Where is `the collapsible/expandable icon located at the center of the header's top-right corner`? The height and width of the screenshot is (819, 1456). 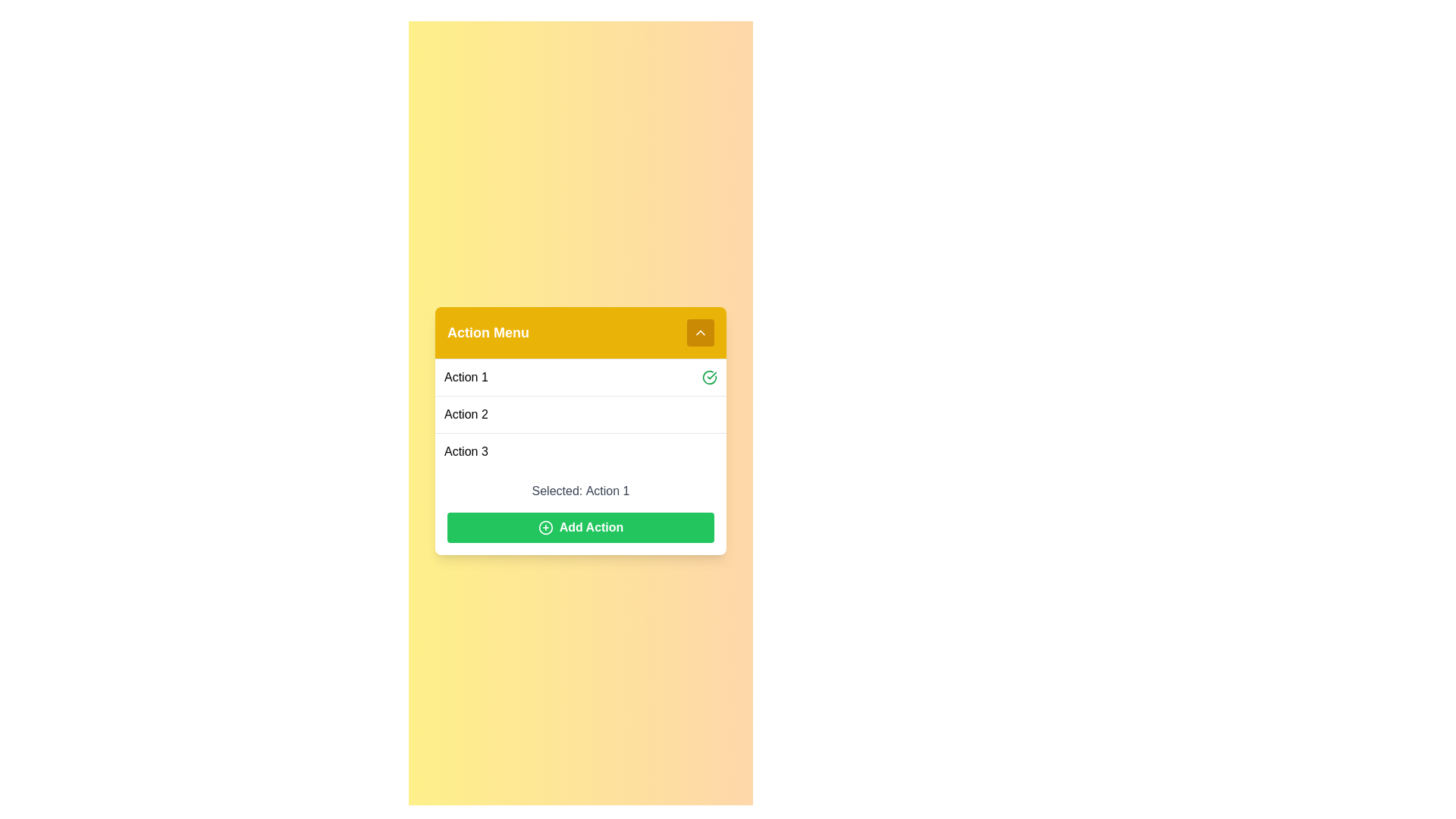 the collapsible/expandable icon located at the center of the header's top-right corner is located at coordinates (700, 331).